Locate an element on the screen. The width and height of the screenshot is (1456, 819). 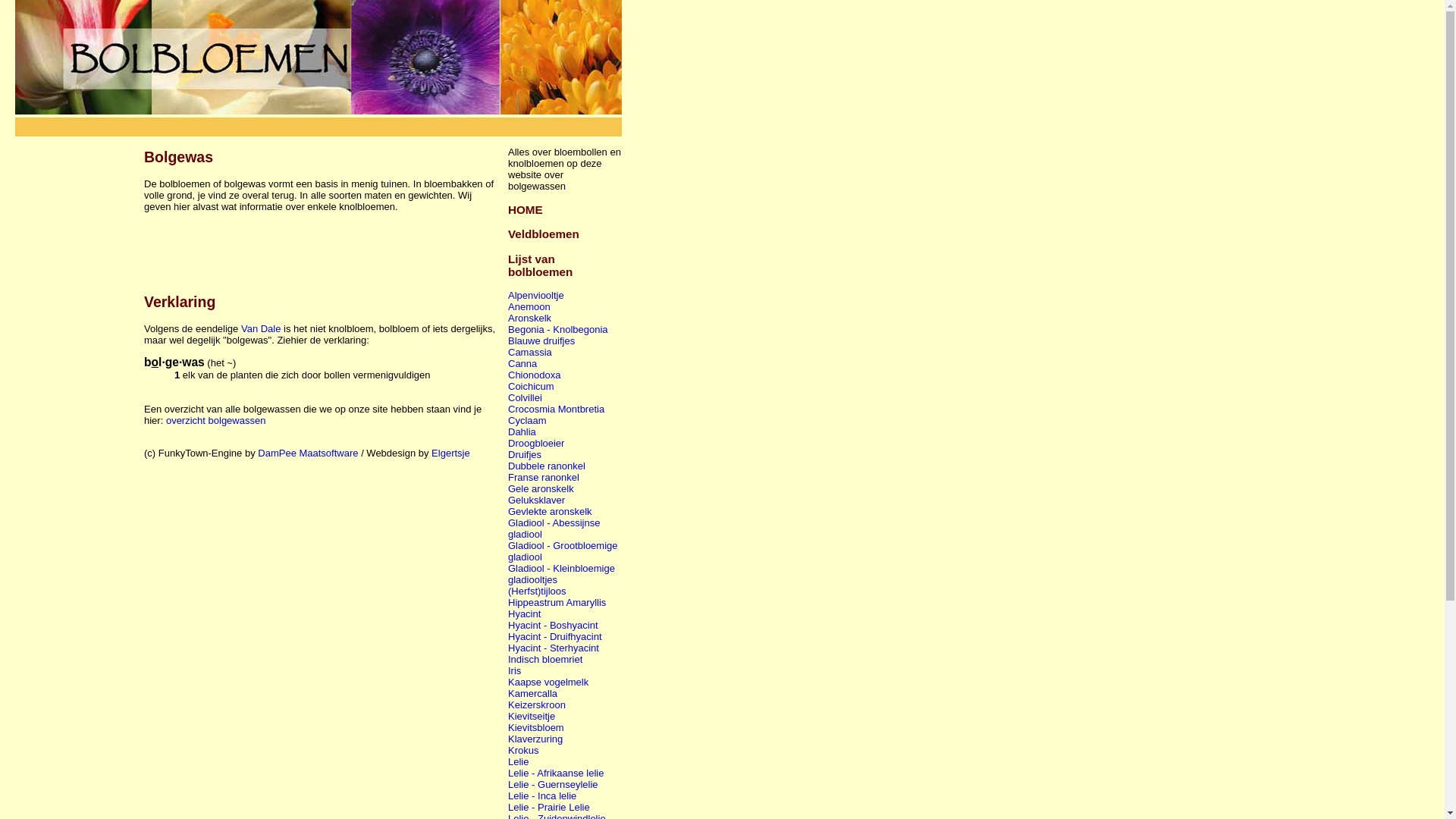
'Lelie - Afrikaanse lelie' is located at coordinates (508, 773).